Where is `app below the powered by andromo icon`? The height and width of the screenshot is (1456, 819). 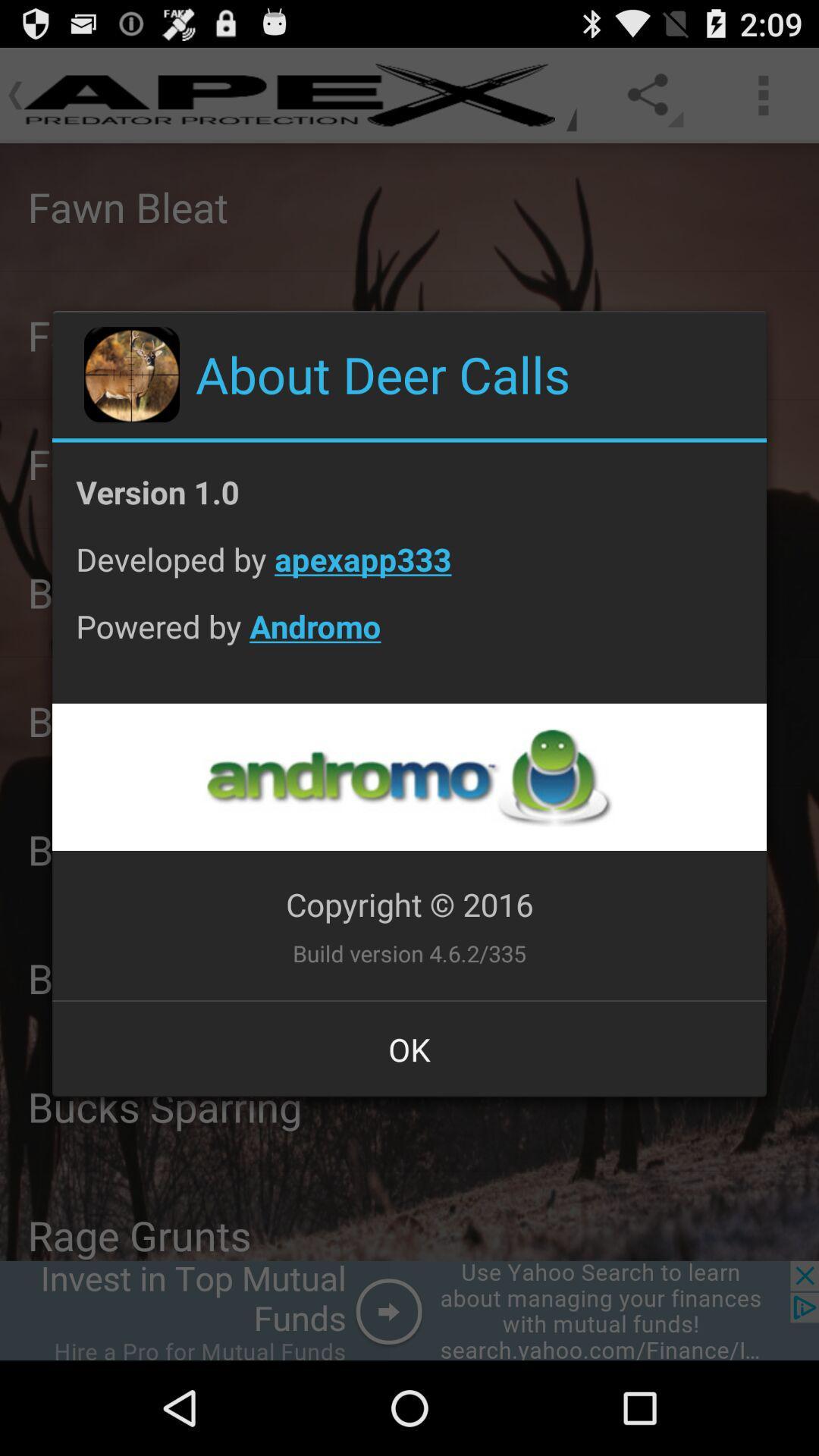
app below the powered by andromo icon is located at coordinates (408, 777).